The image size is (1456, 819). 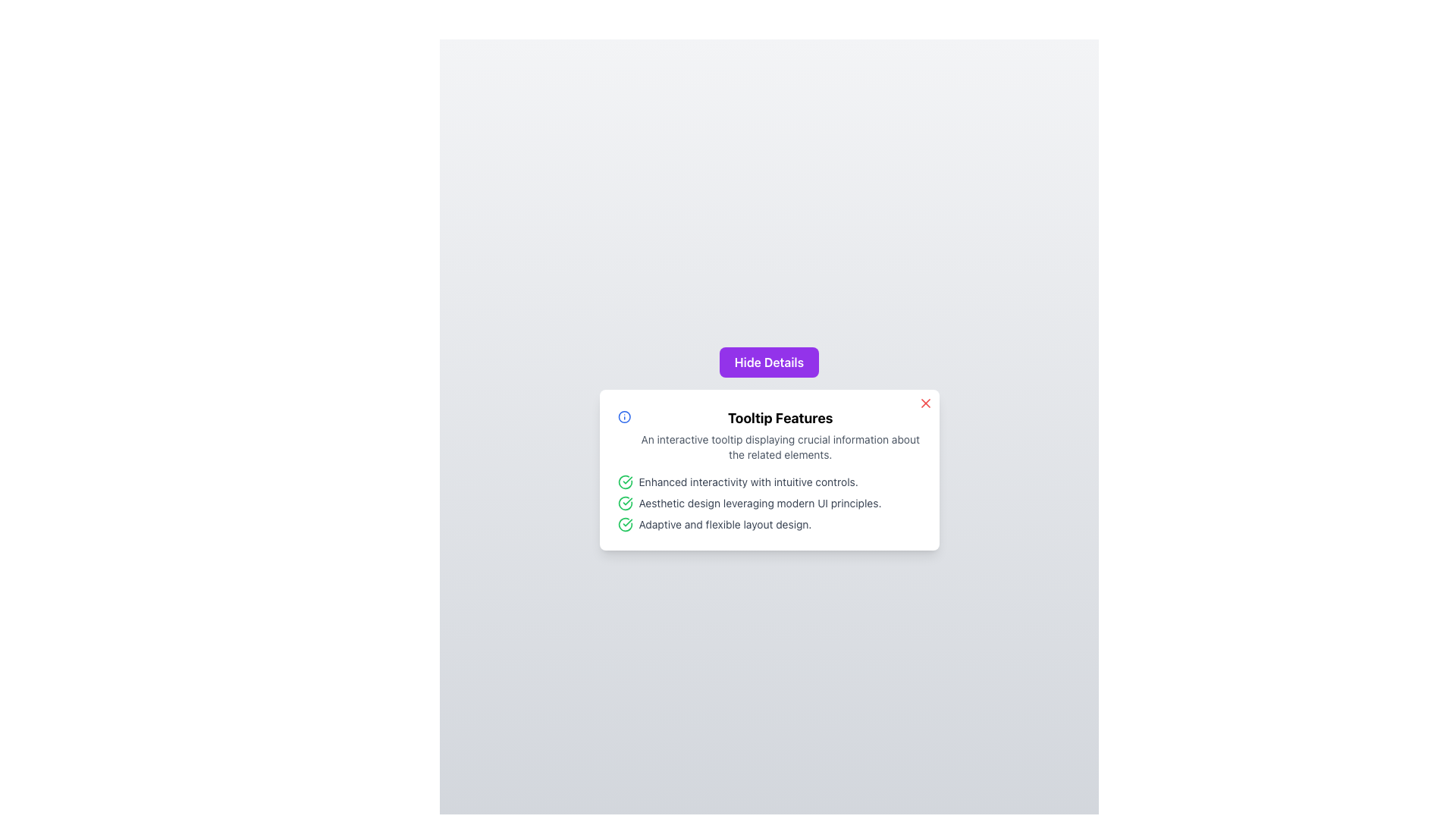 What do you see at coordinates (624, 417) in the screenshot?
I see `the filled circle SVG element located near the center of the SVG graphic, which is positioned to the left of the 'Tooltip Features' heading in the tooltip box` at bounding box center [624, 417].